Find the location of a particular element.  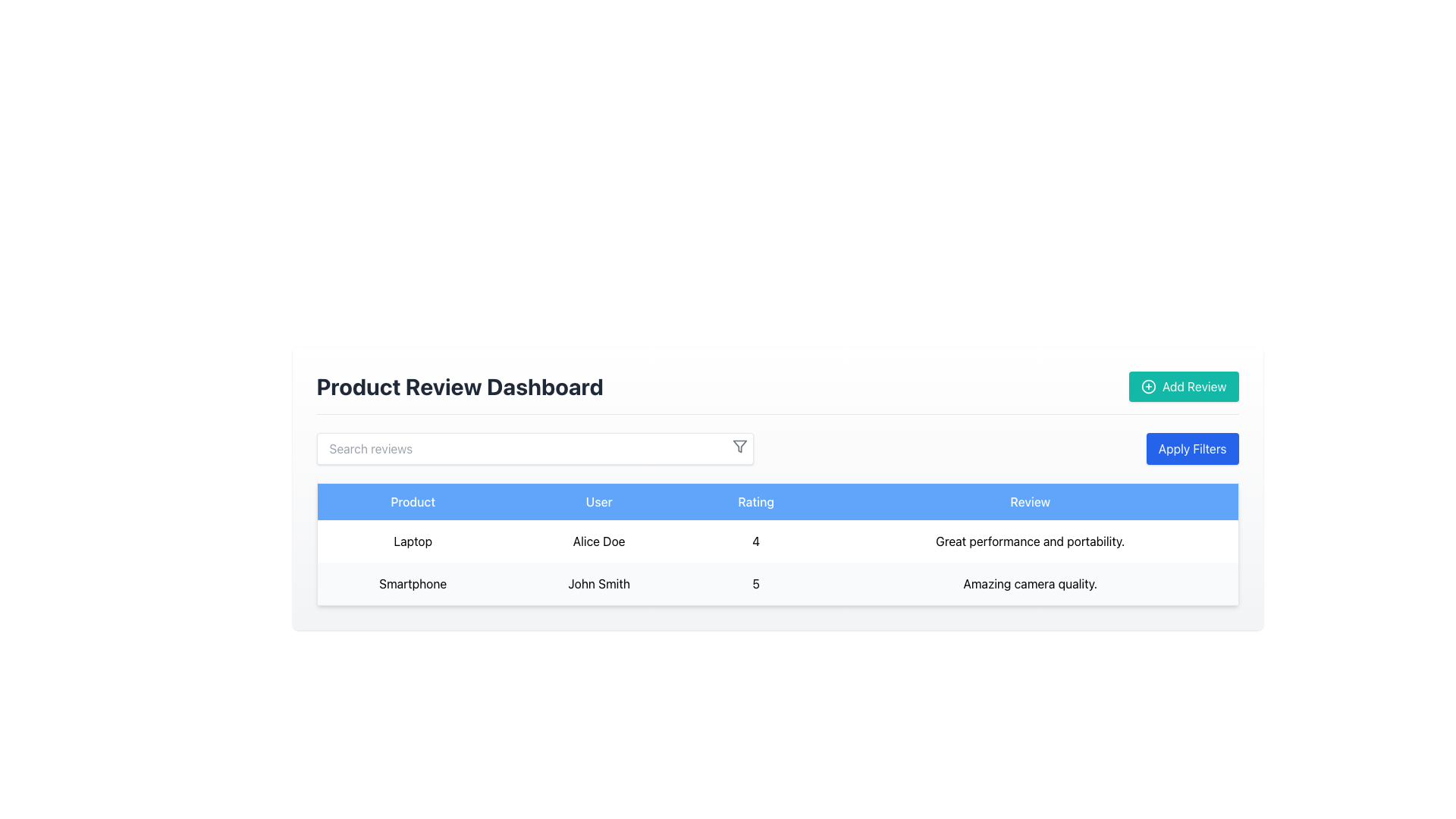

the text label that serves as the title or header of the dashboard, located at the upper-left side of the header section, to the left of the 'Add Review' button is located at coordinates (459, 385).